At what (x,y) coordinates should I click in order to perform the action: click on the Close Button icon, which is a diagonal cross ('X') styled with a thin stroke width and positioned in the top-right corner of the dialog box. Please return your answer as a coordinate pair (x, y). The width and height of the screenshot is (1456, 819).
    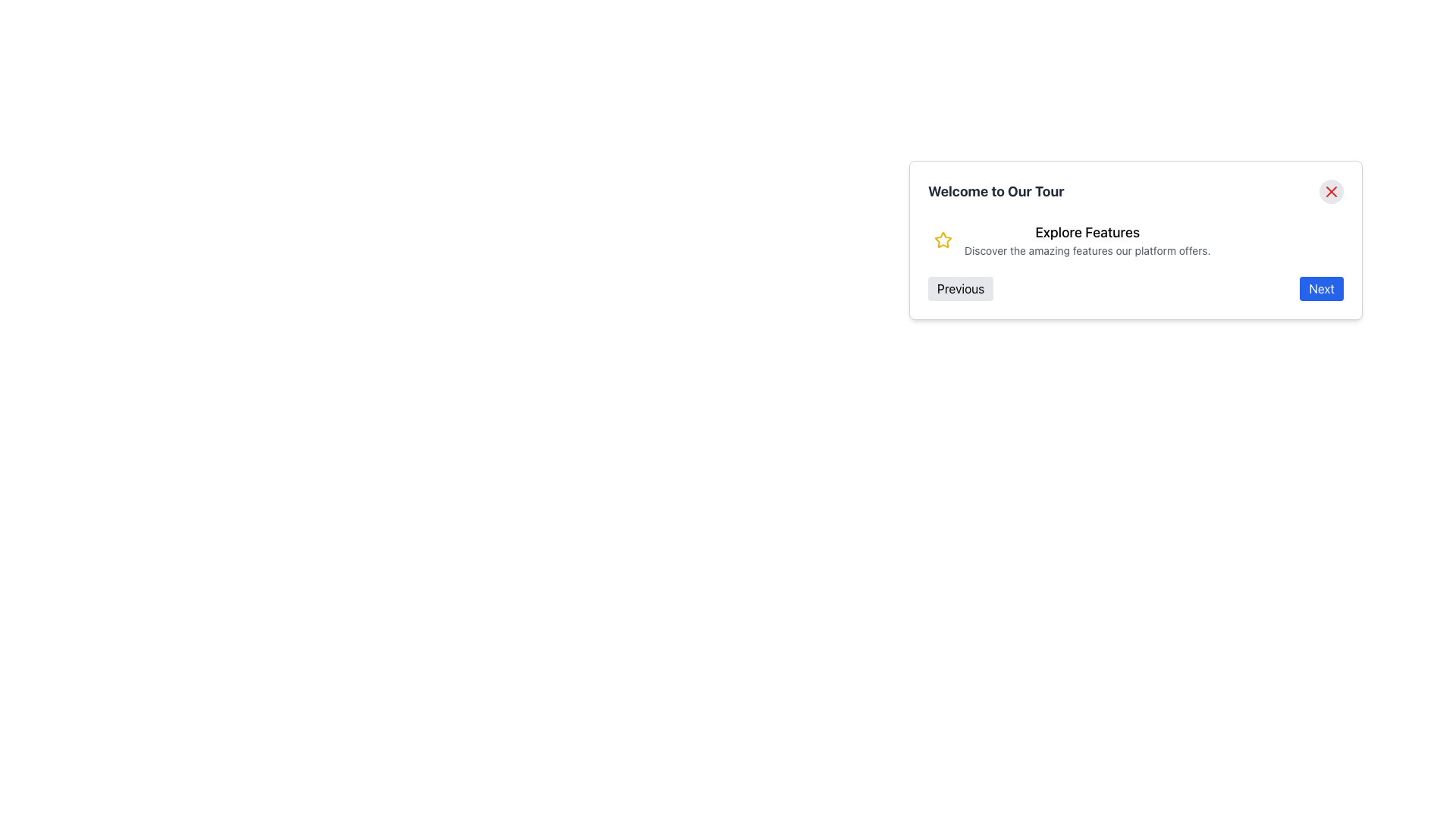
    Looking at the image, I should click on (1331, 191).